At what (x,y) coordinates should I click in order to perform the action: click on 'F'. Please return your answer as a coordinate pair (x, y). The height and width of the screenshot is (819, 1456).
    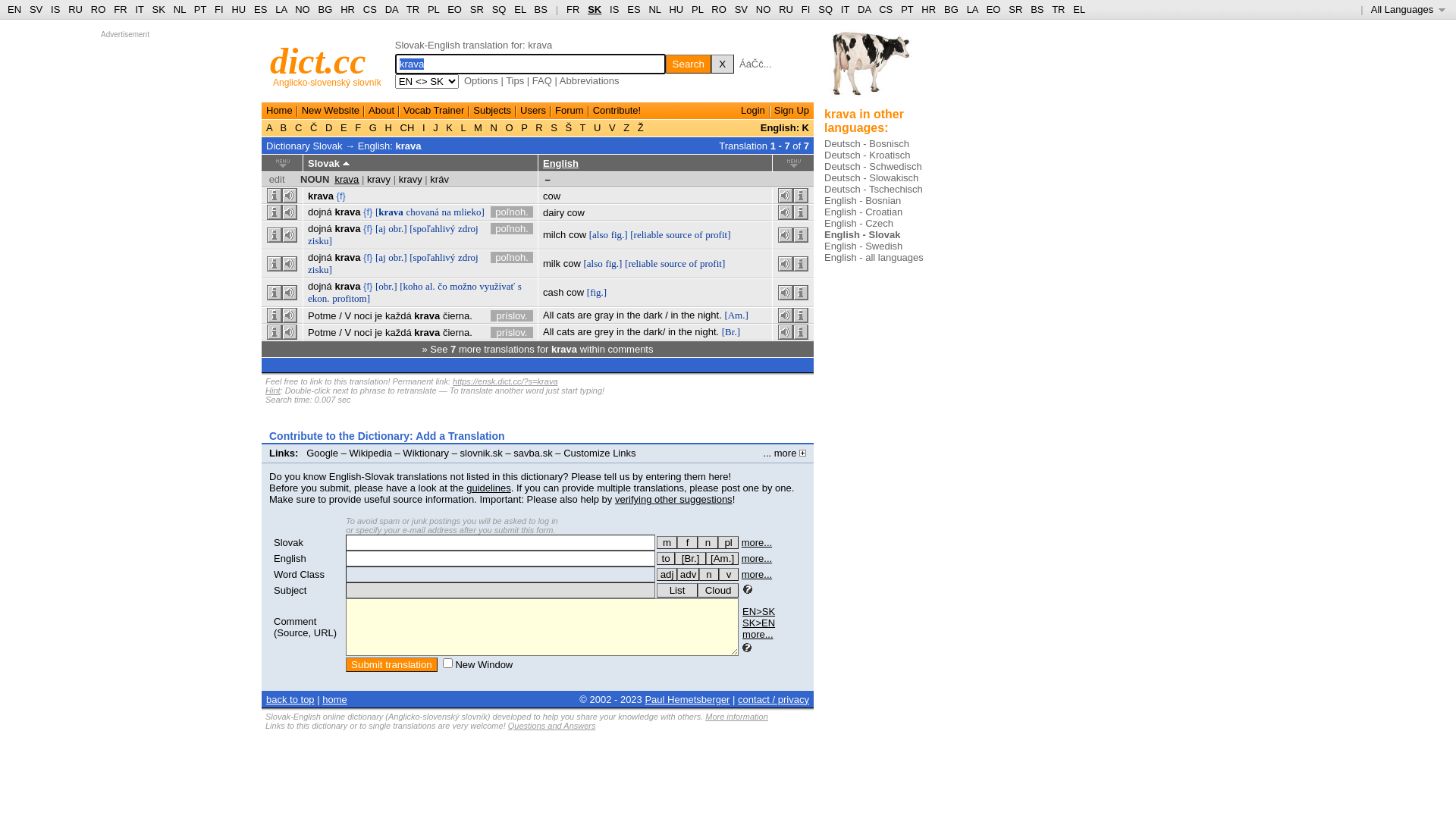
    Looking at the image, I should click on (357, 127).